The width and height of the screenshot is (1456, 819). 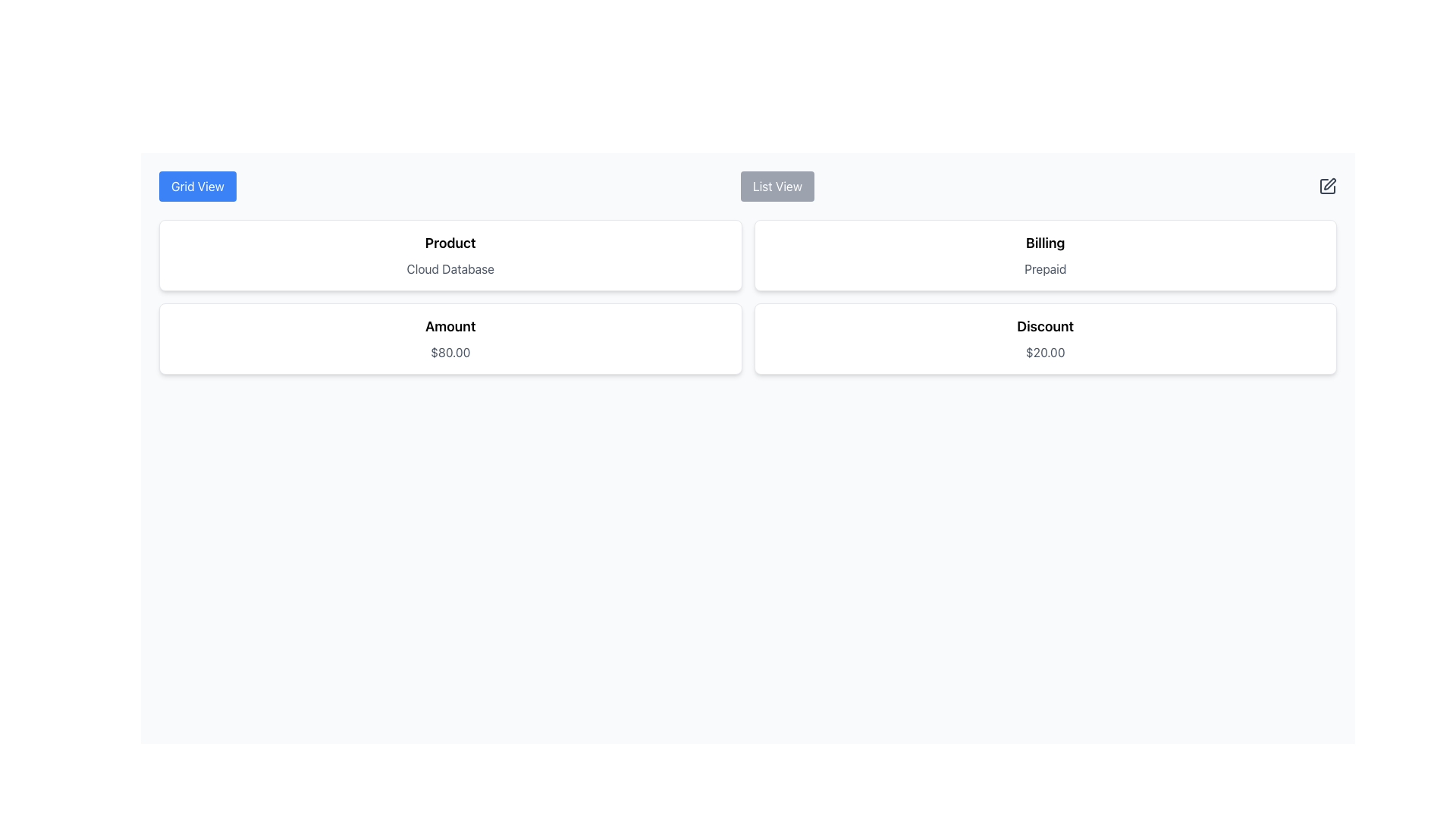 I want to click on the second button that toggles the view mode to List View, located to the right of the Grid View button, so click(x=777, y=186).